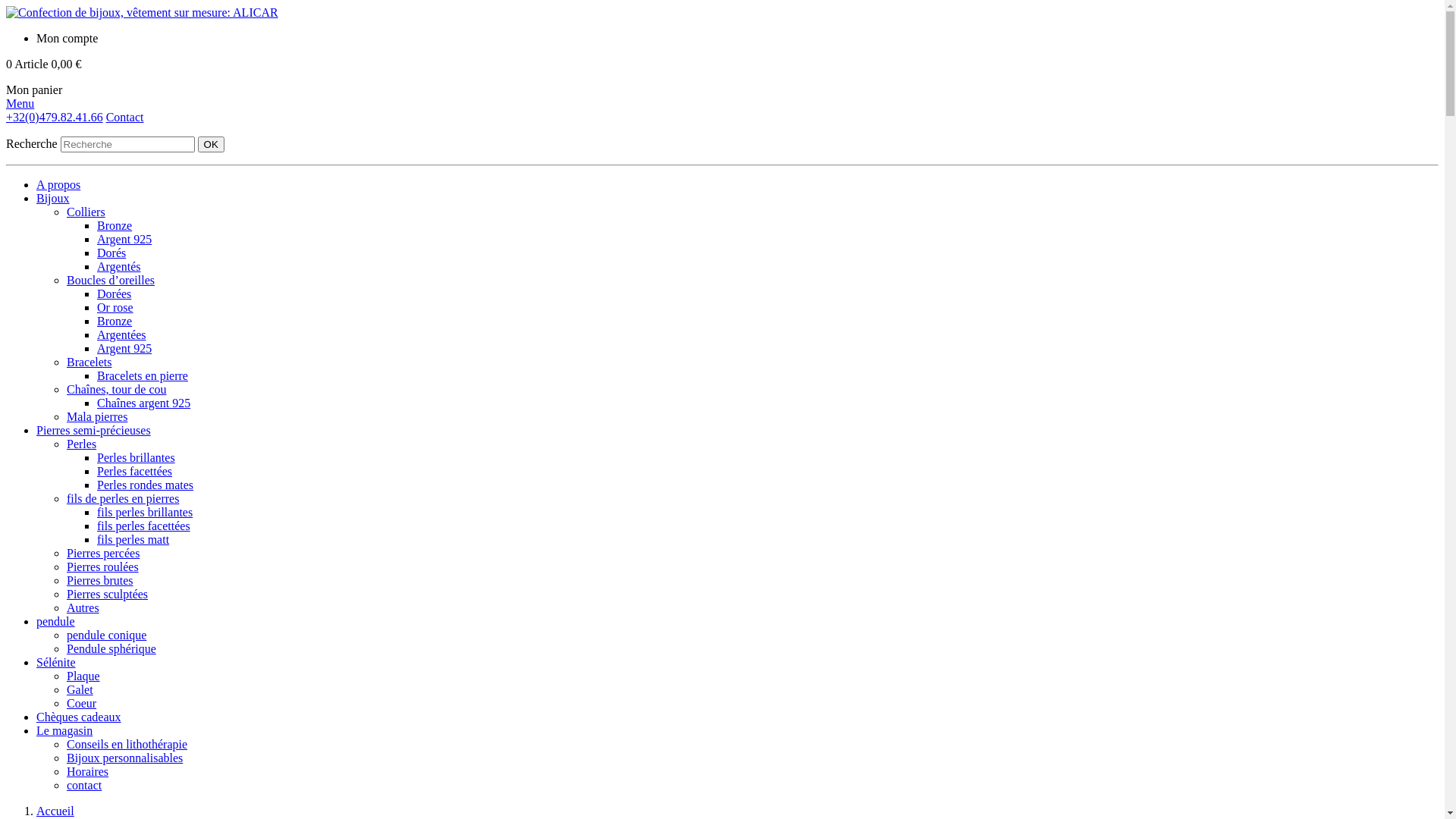 The image size is (1456, 819). I want to click on 'fils perles matt', so click(133, 538).